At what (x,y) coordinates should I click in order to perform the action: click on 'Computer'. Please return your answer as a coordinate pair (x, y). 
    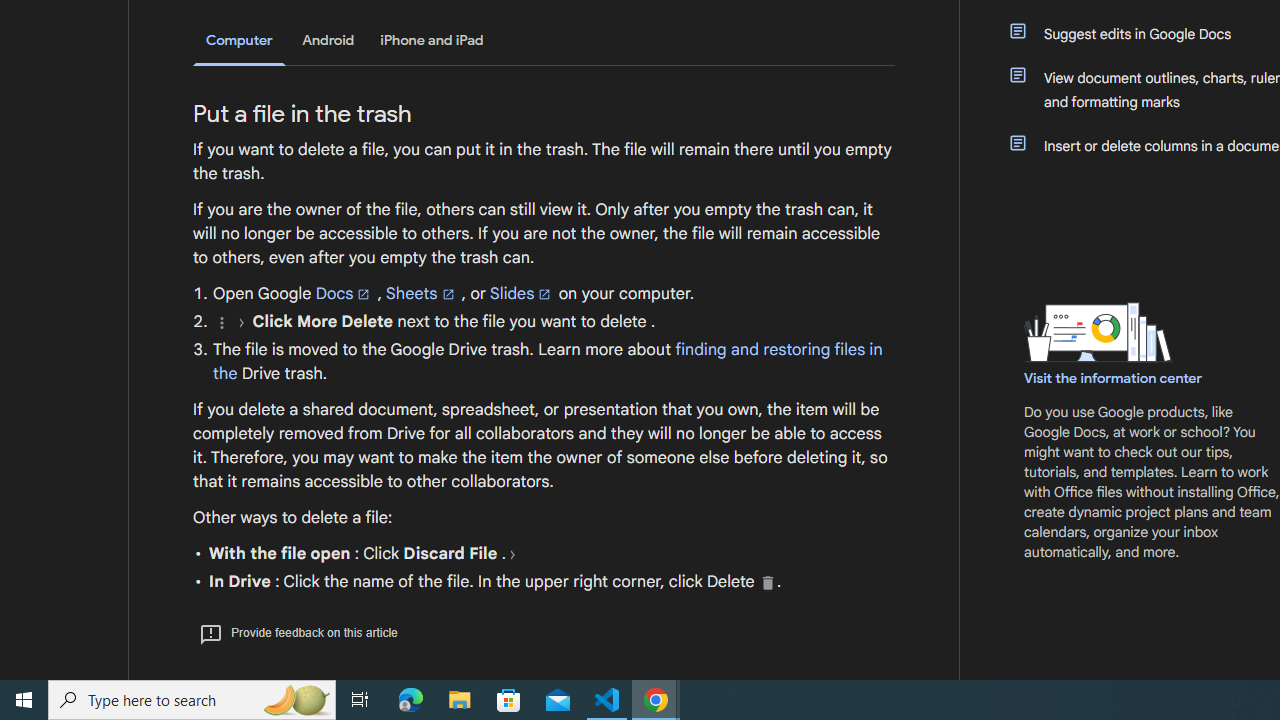
    Looking at the image, I should click on (239, 41).